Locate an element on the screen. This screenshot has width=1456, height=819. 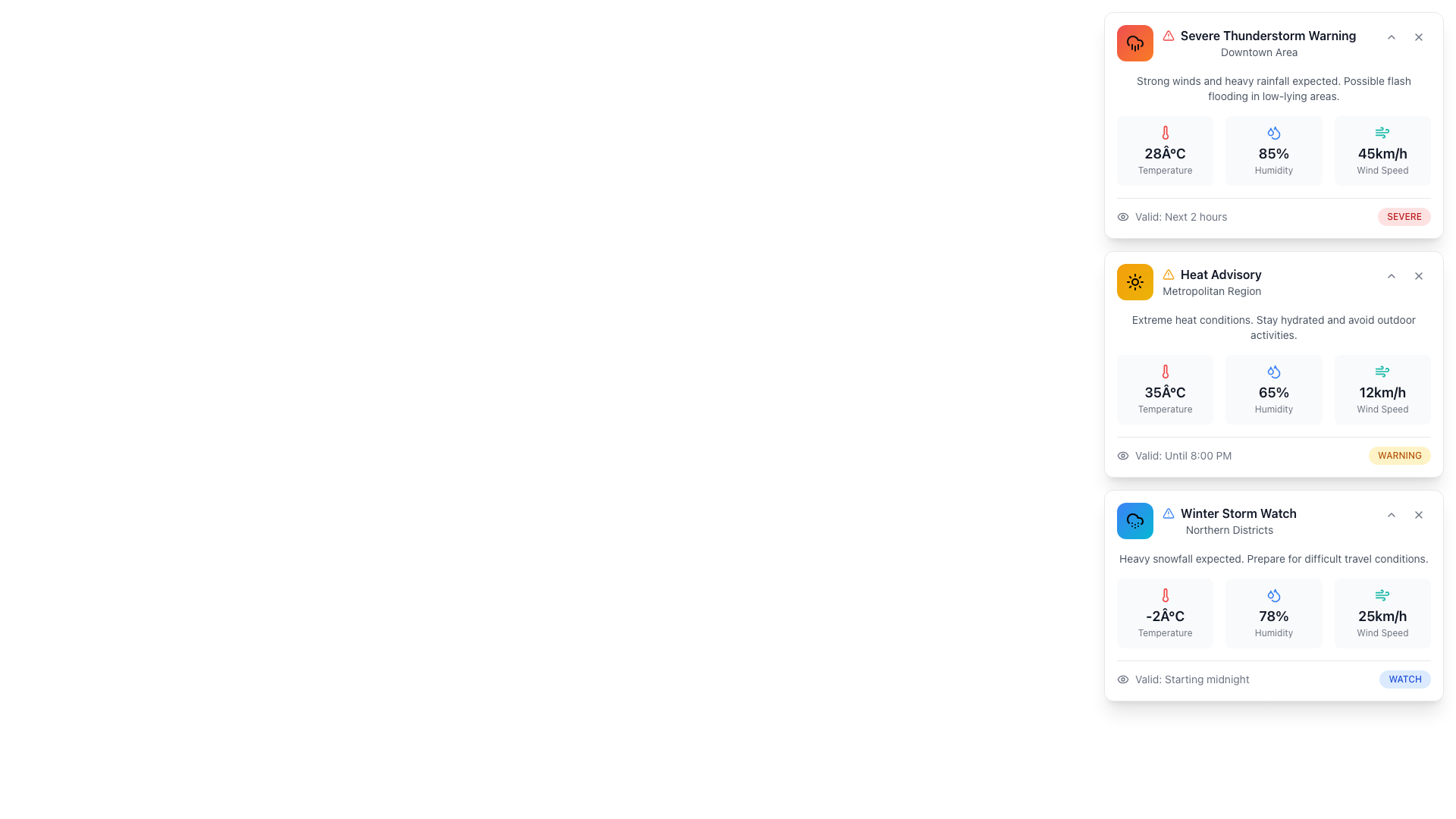
information from the Information banner with icon and text, which alerts users about severe weather conditions affecting a specified area is located at coordinates (1259, 42).